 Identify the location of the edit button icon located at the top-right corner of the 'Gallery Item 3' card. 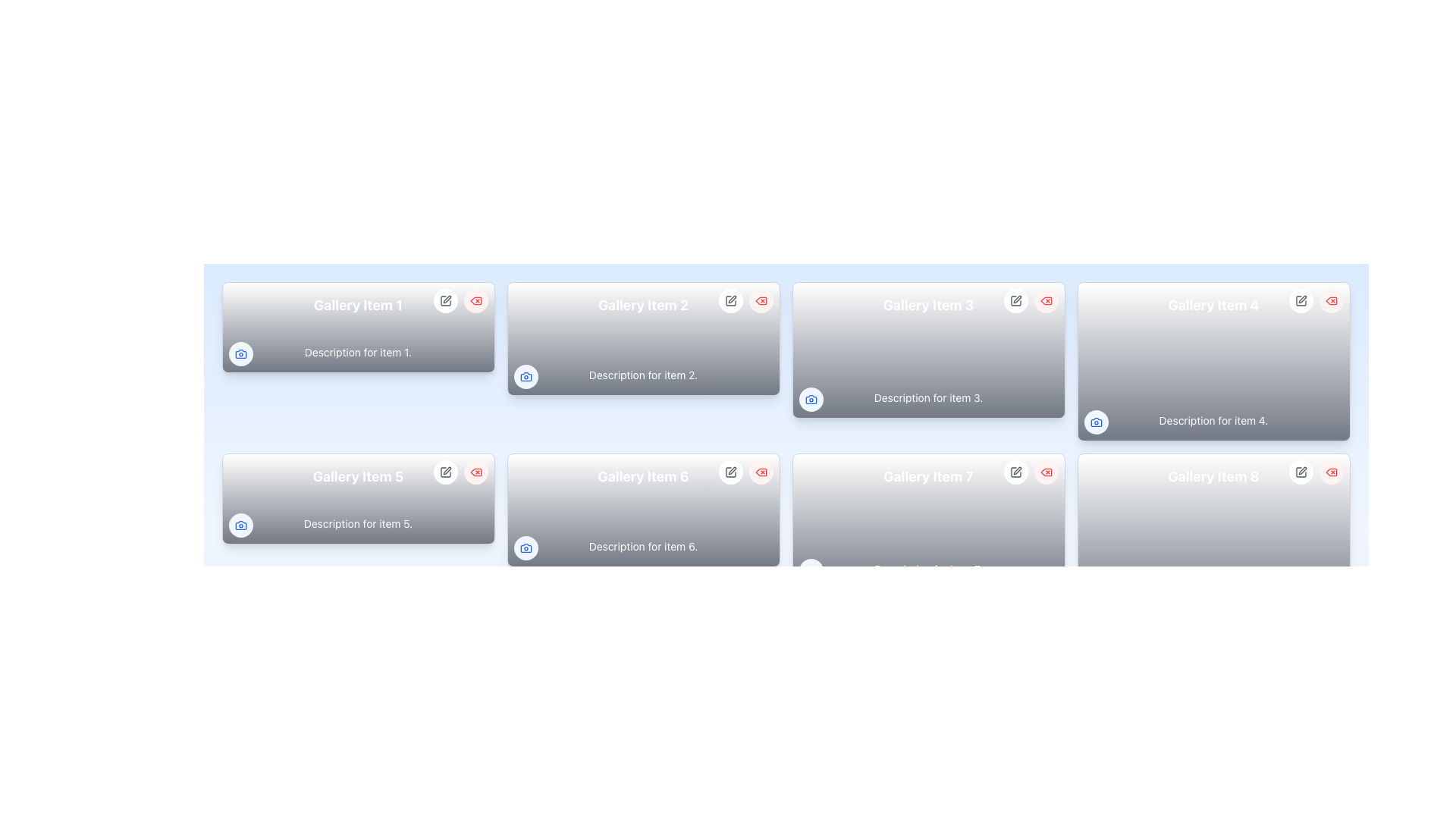
(1015, 301).